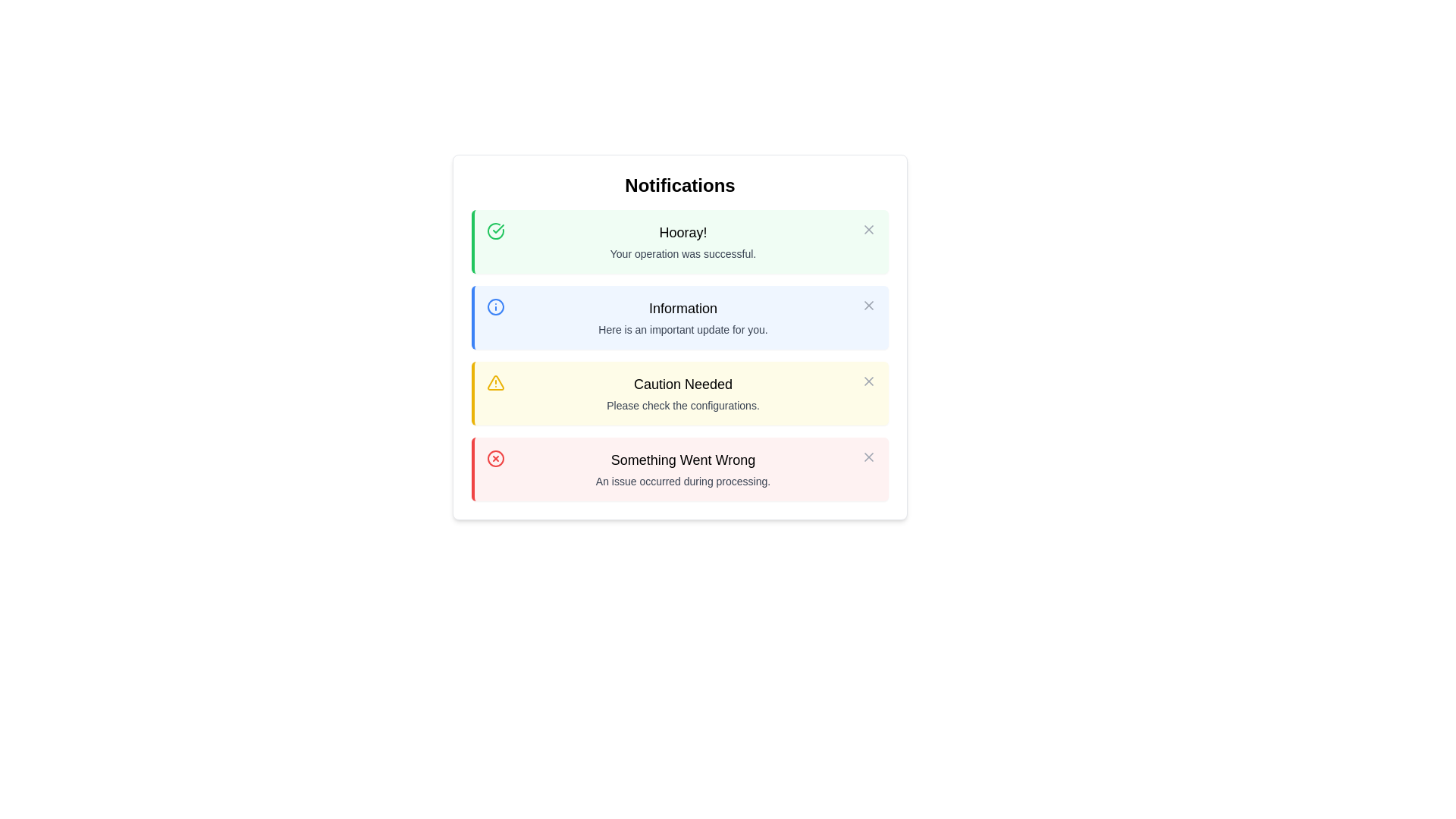  I want to click on the close button located at the top-right corner of the notification box, so click(869, 230).